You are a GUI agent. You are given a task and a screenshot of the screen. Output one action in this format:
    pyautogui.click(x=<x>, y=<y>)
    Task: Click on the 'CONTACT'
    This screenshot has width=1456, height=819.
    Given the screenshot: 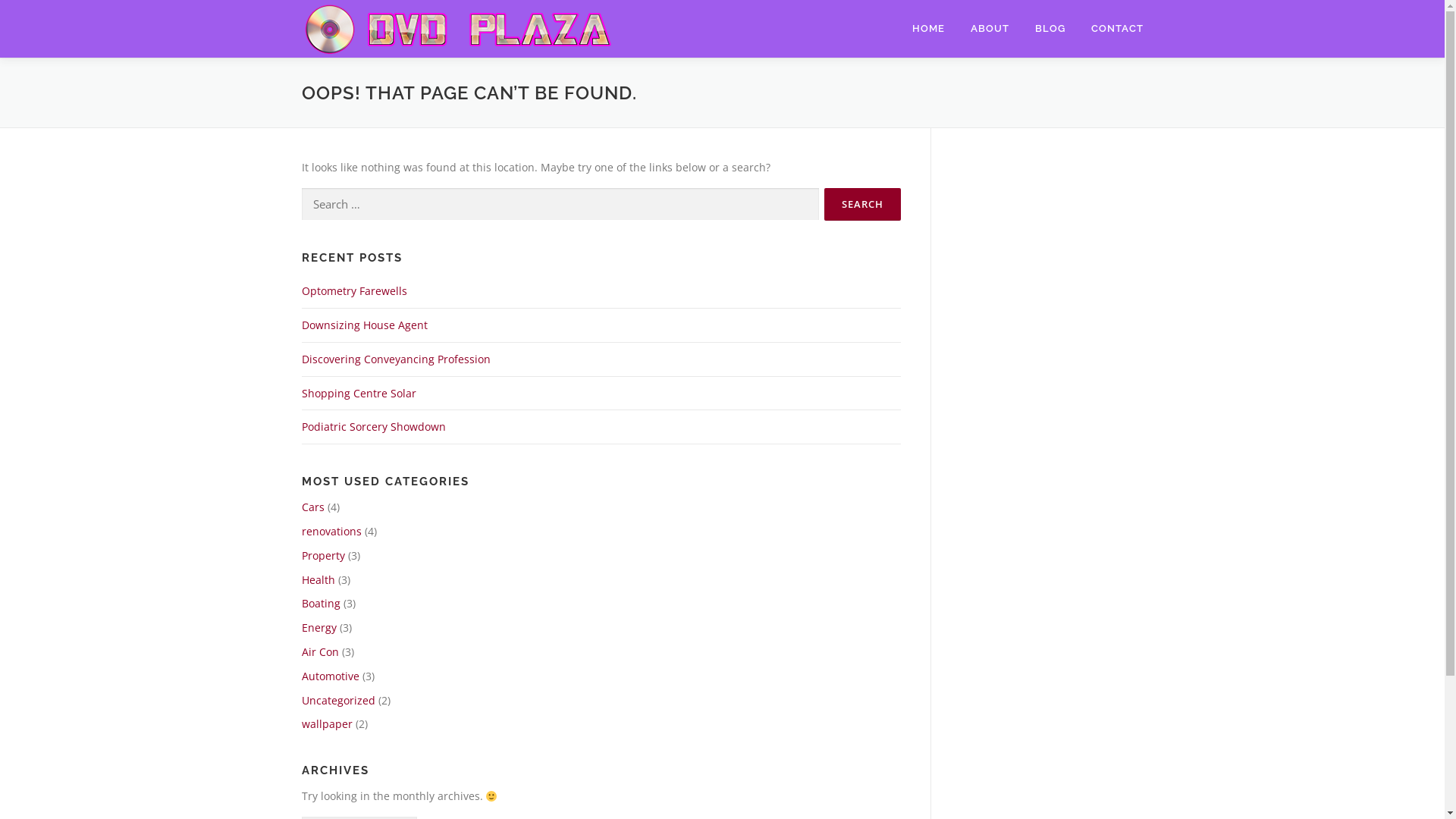 What is the action you would take?
    pyautogui.click(x=1077, y=28)
    